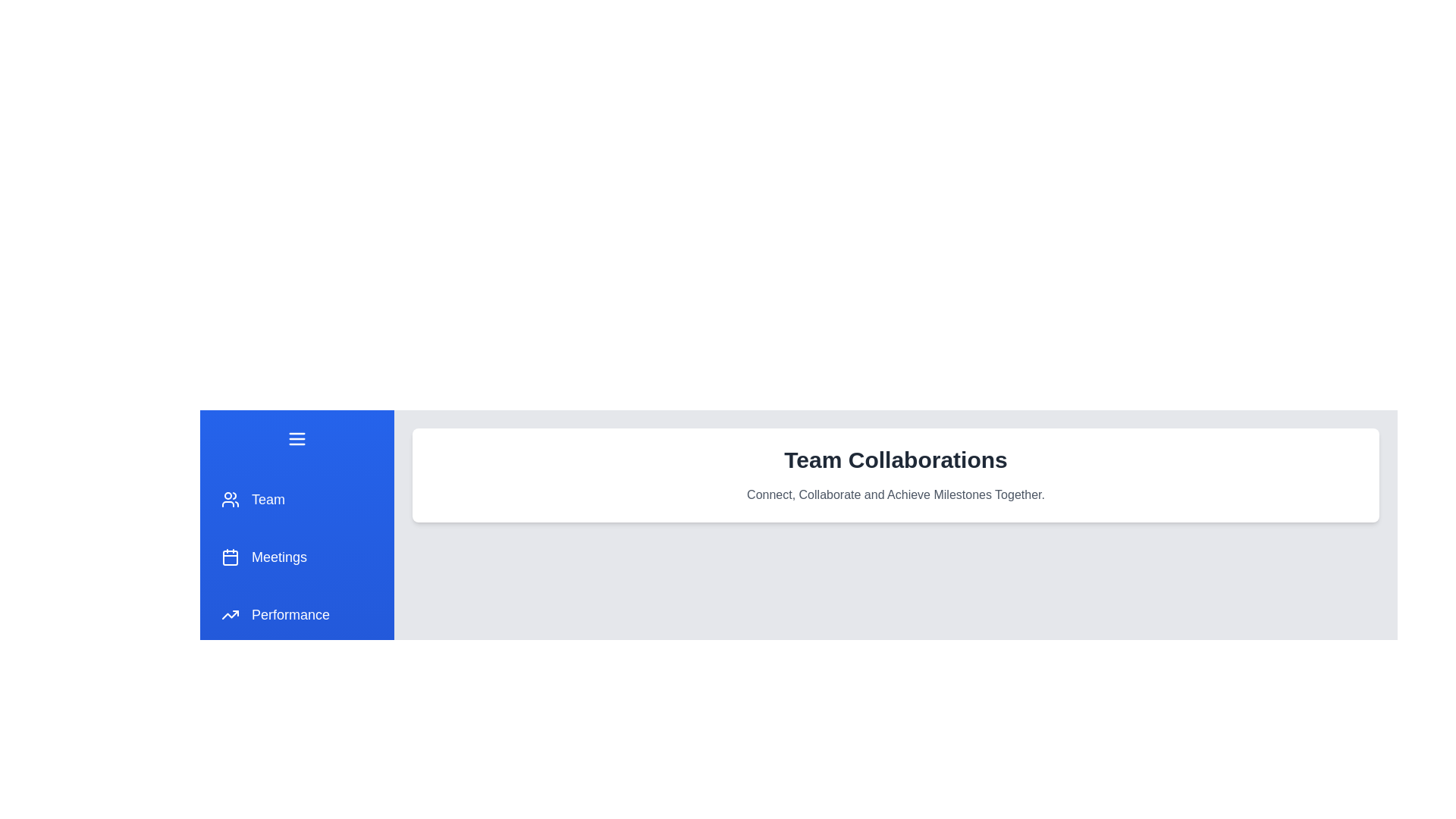  I want to click on the menu item Meetings from the drawer, so click(297, 557).